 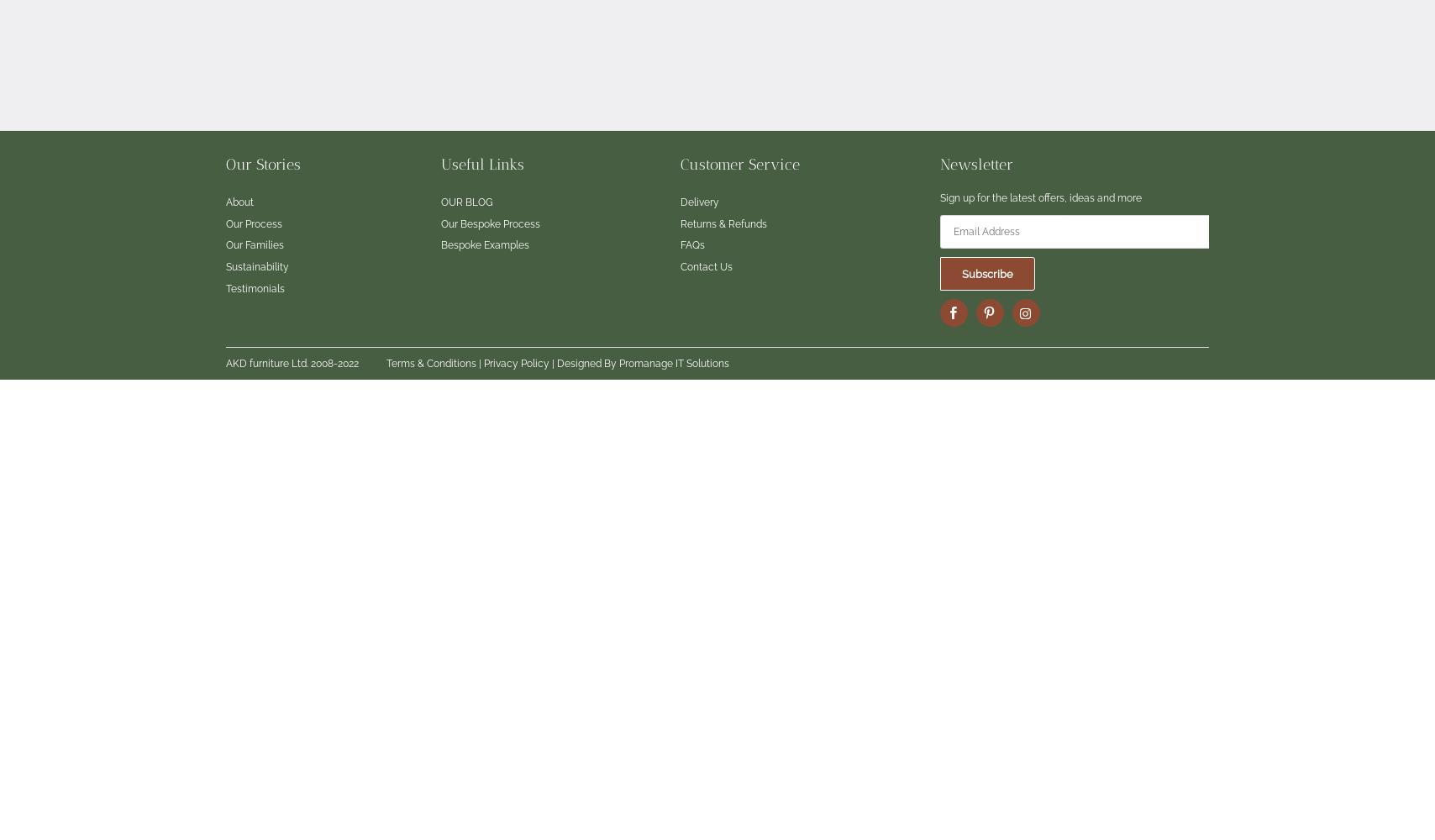 I want to click on 'Our Bespoke Process', so click(x=441, y=223).